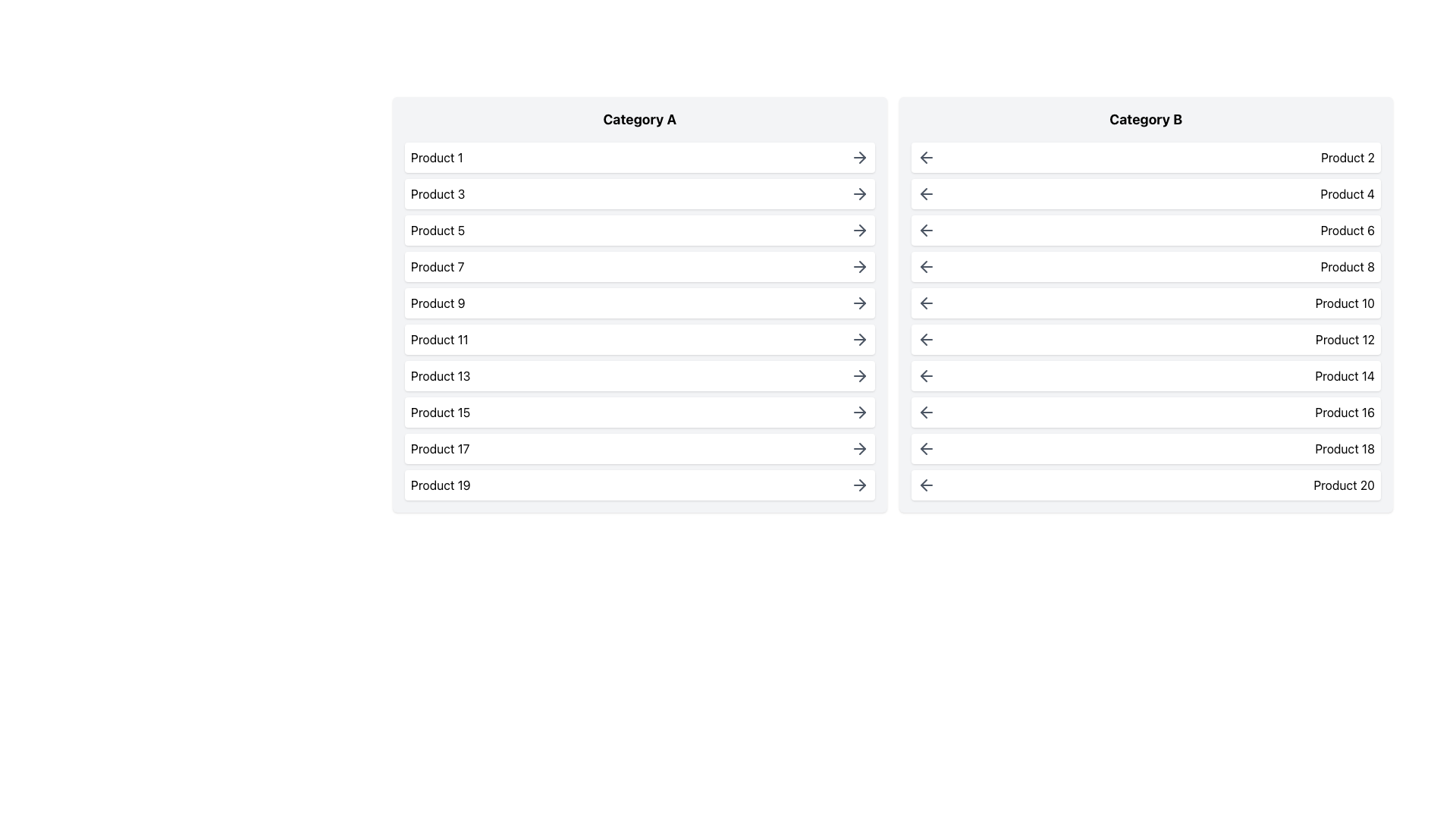 The image size is (1456, 819). I want to click on the text label displaying 'Product 10' located in the second category column labeled 'Category B', corresponding to the 5th product in the list, so click(1345, 303).